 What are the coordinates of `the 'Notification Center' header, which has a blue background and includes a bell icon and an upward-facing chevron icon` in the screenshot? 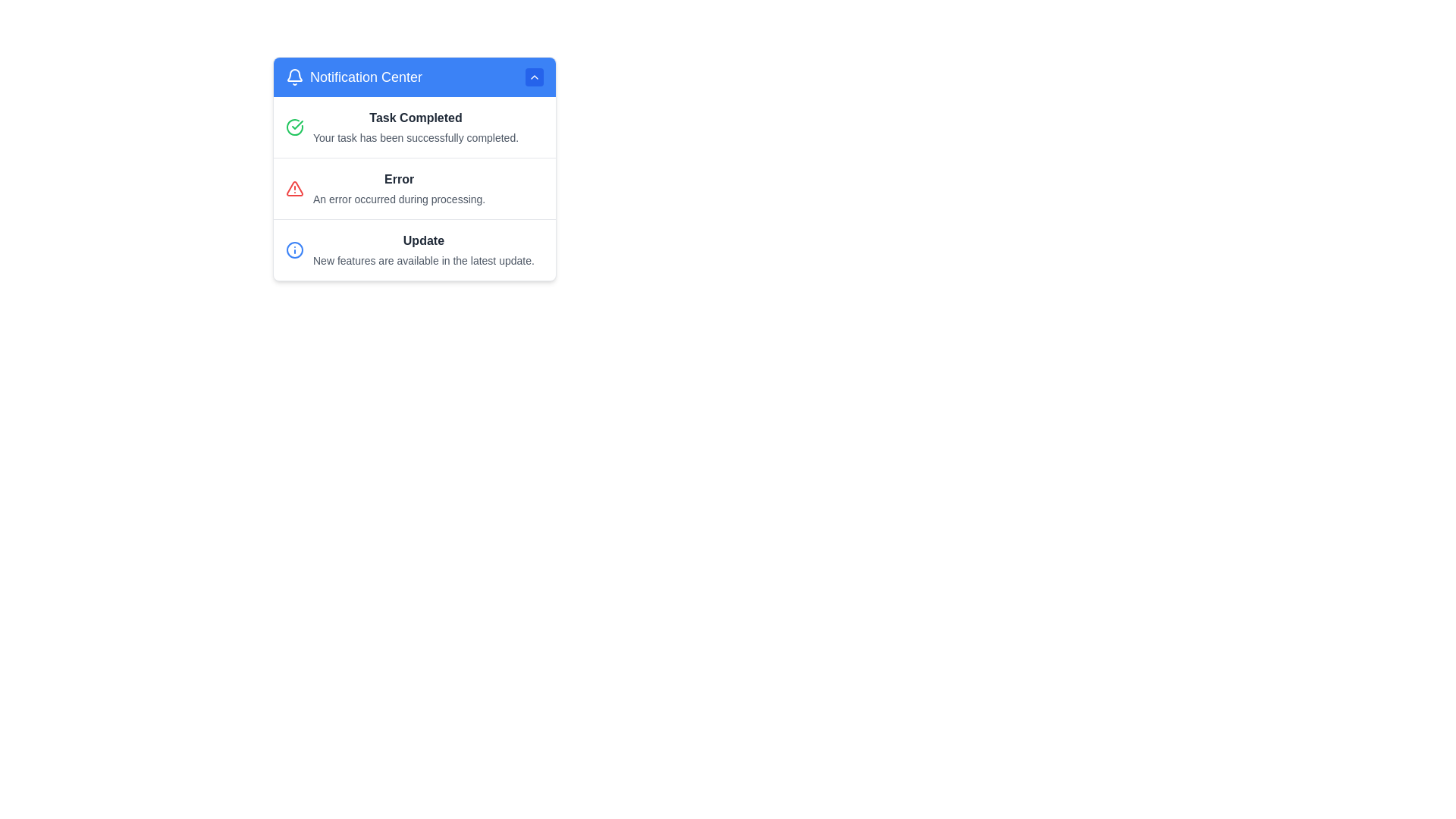 It's located at (415, 77).